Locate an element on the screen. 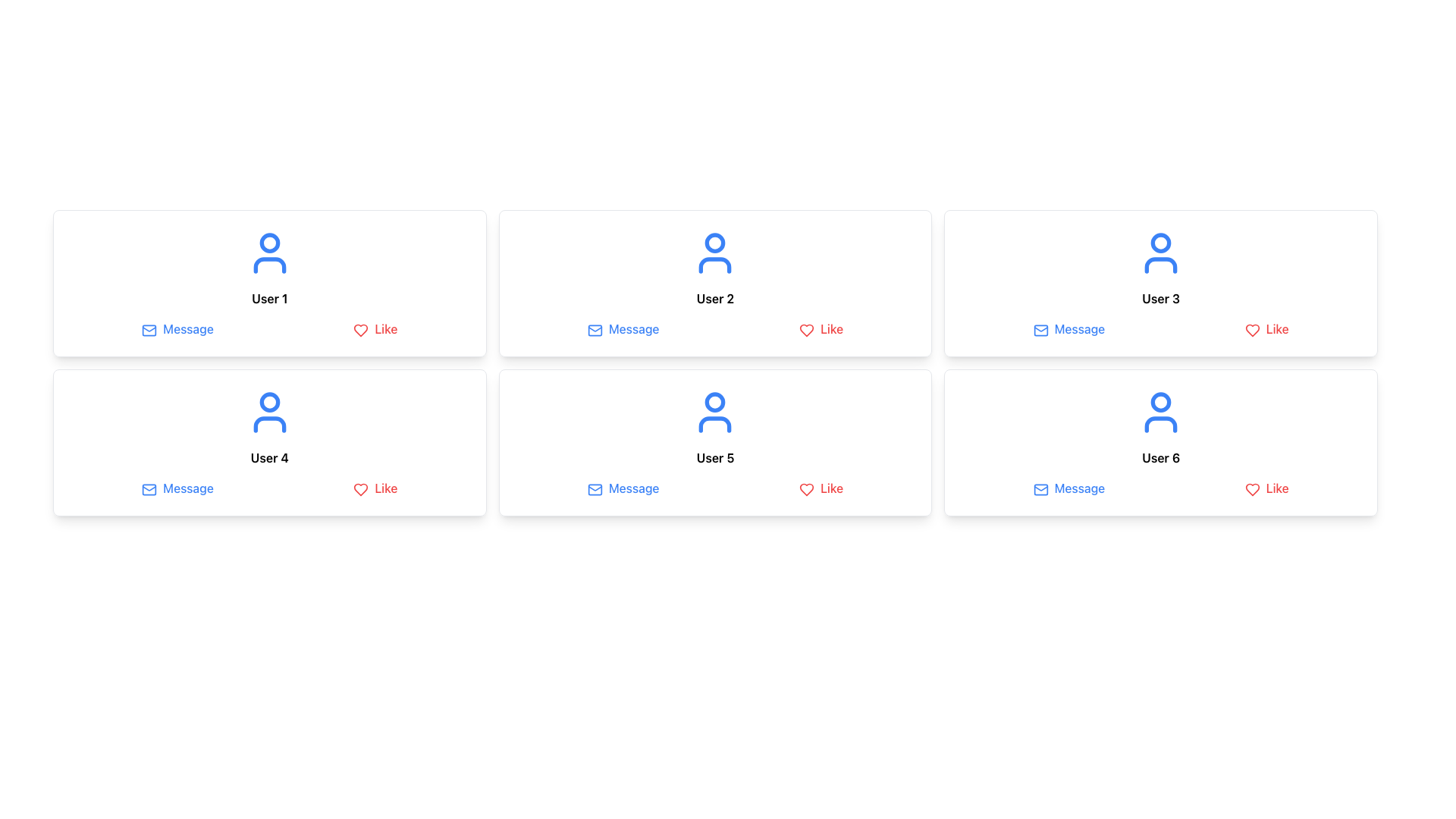 This screenshot has height=819, width=1456. the Decorative Graphic (Circle) positioned at the top-center of the user icon for 'User 1', which has a thin border and is aligned over the user's head is located at coordinates (269, 242).